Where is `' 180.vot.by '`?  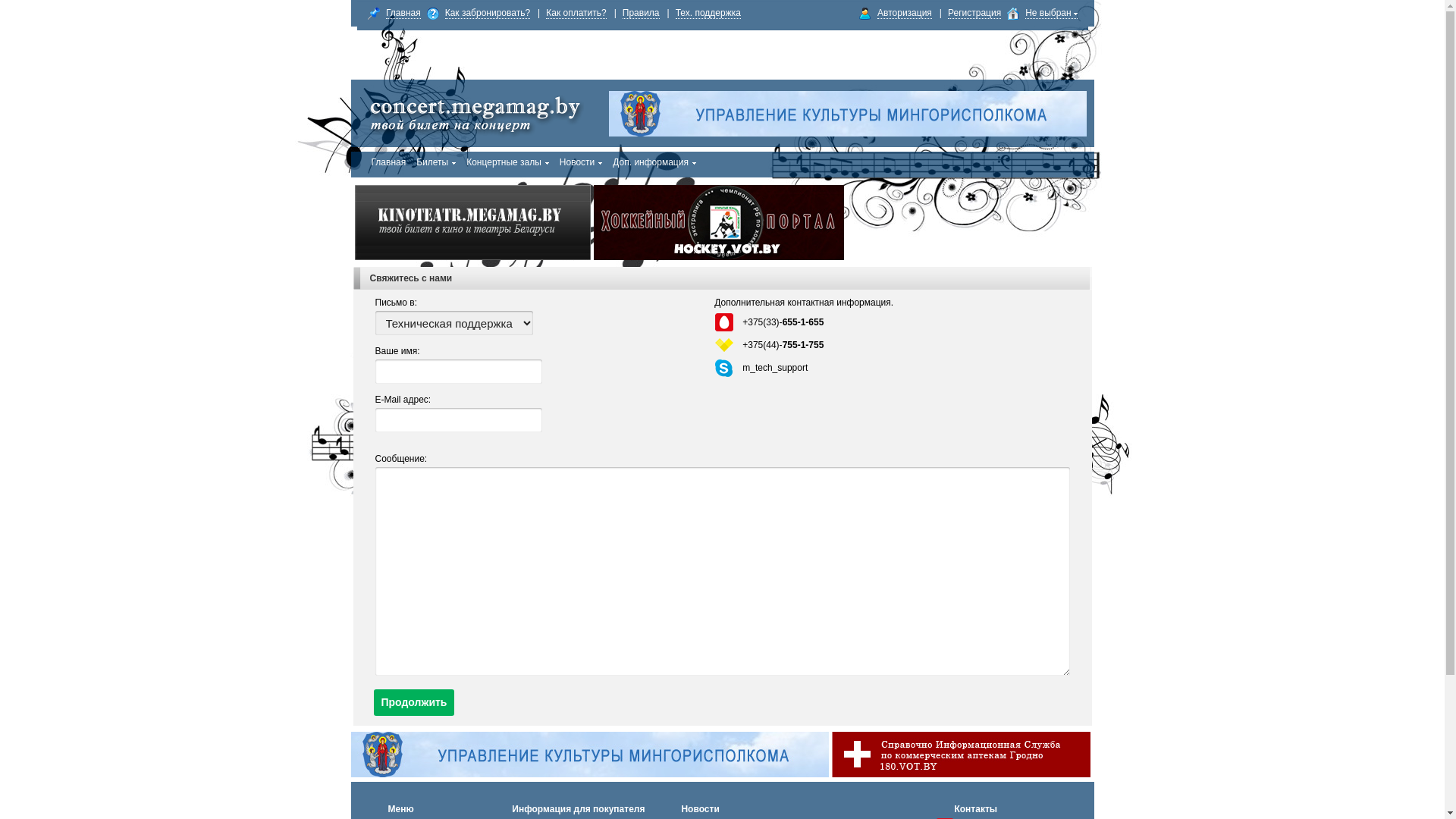
' 180.vot.by ' is located at coordinates (830, 755).